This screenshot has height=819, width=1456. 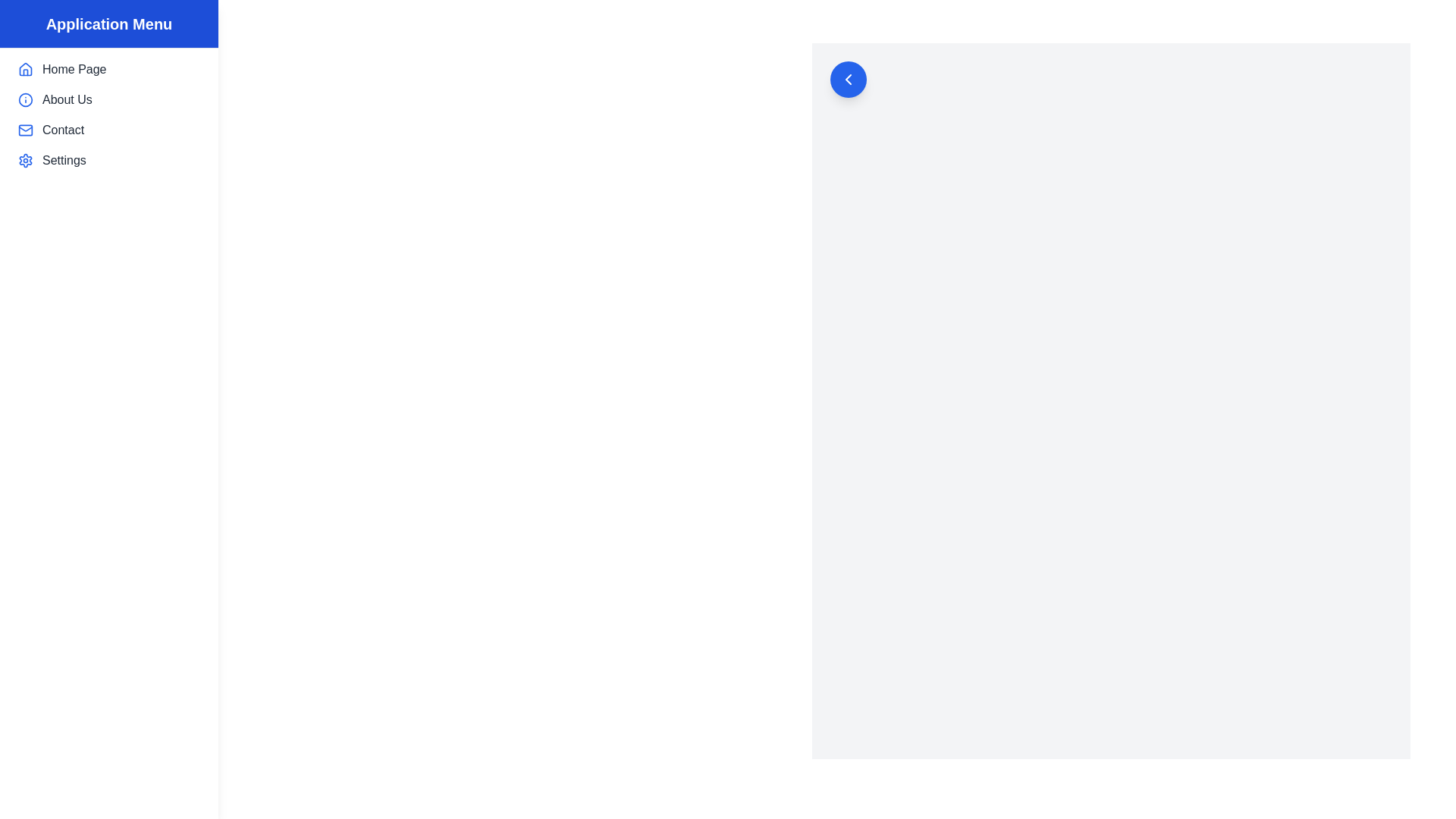 I want to click on the 'Home Page' menu entry icon located in the left side menu, which is the first item in the list, so click(x=25, y=69).